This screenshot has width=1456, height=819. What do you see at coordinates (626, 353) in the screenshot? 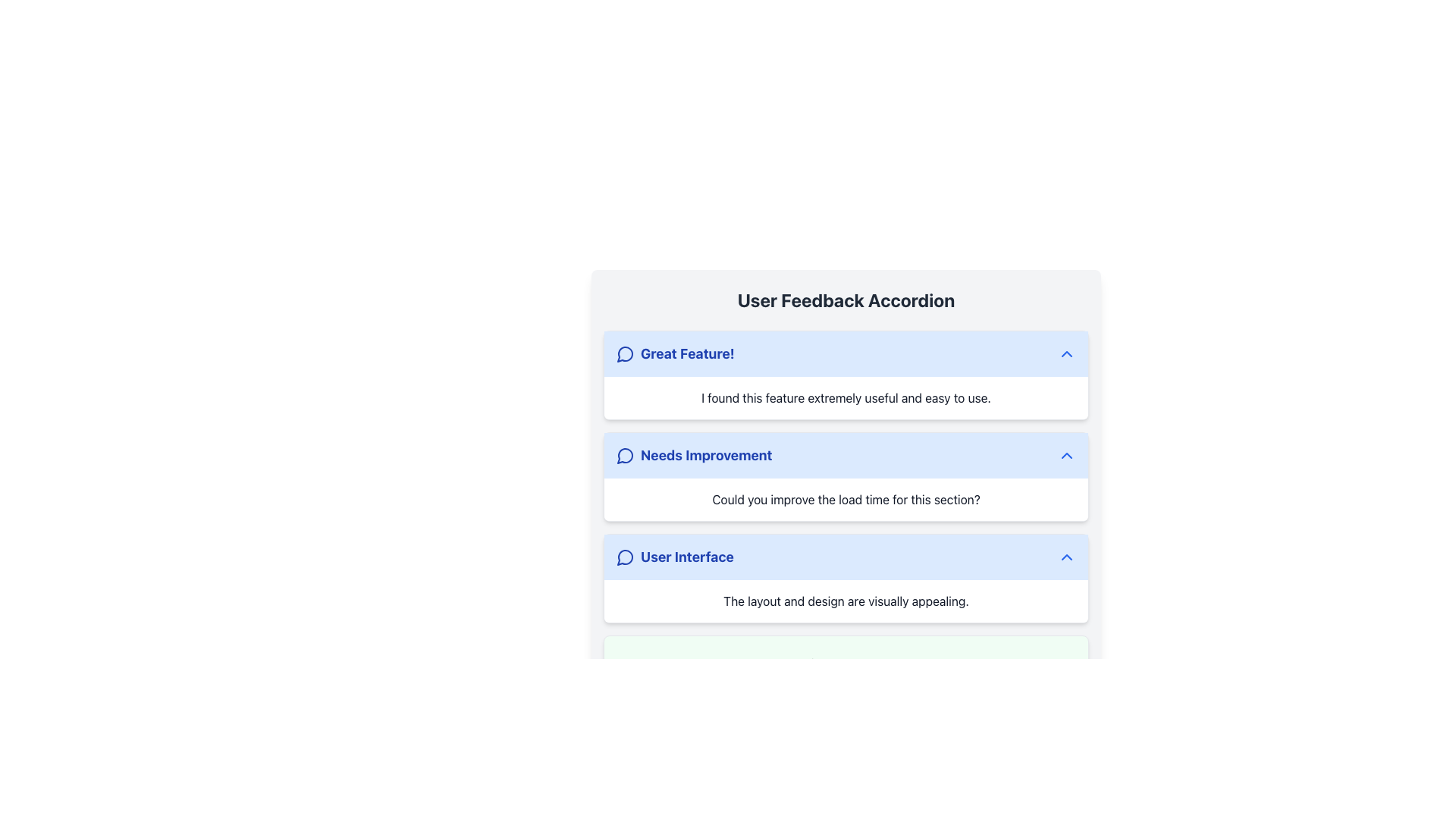
I see `the graphical icon indicating a comment or message located in the top-left corner of the first feedback item labeled 'User Feedback Accordion', positioned to the left of the text 'Great Feature!'` at bounding box center [626, 353].